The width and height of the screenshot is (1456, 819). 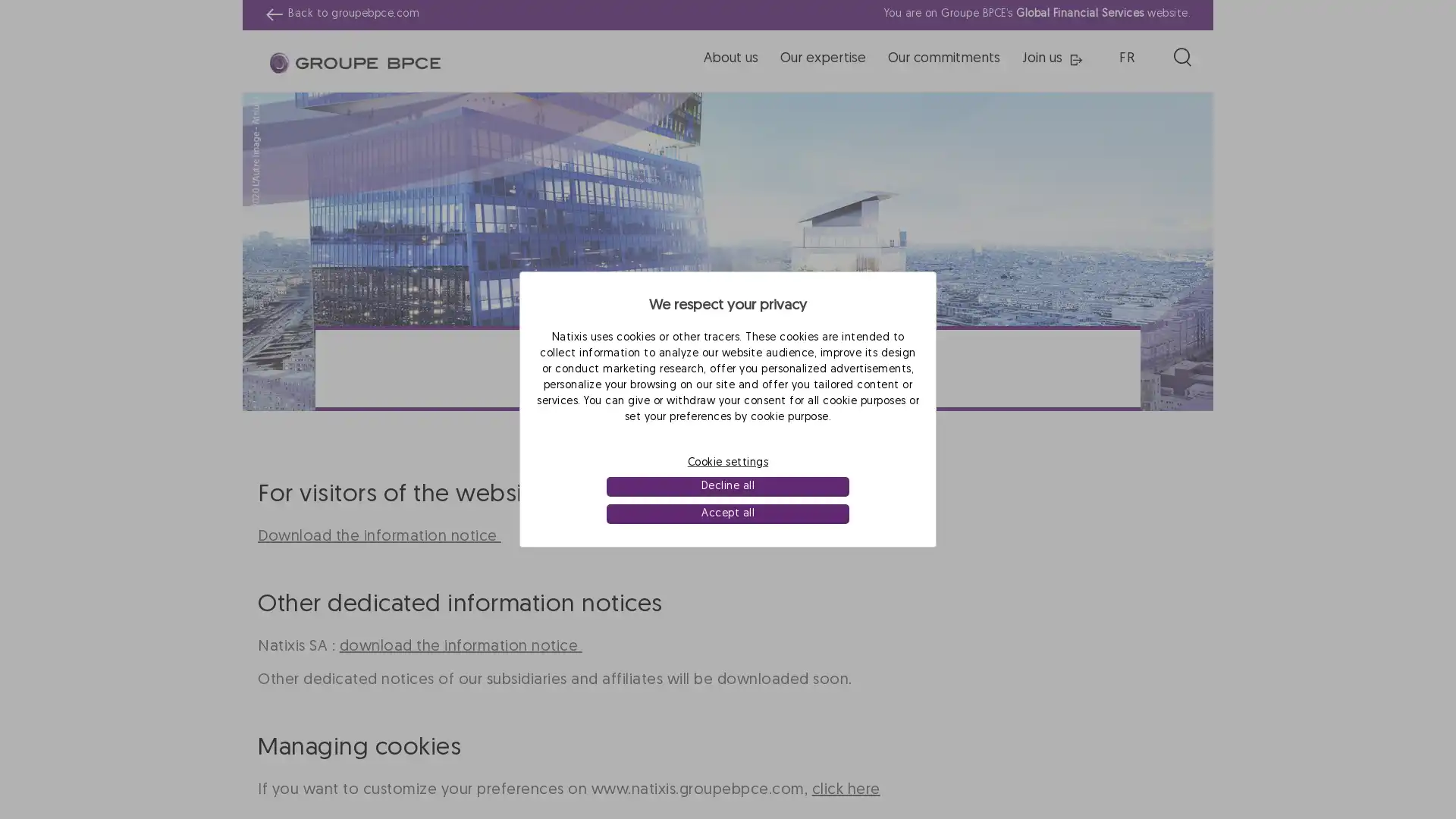 What do you see at coordinates (728, 461) in the screenshot?
I see `Cookie settings` at bounding box center [728, 461].